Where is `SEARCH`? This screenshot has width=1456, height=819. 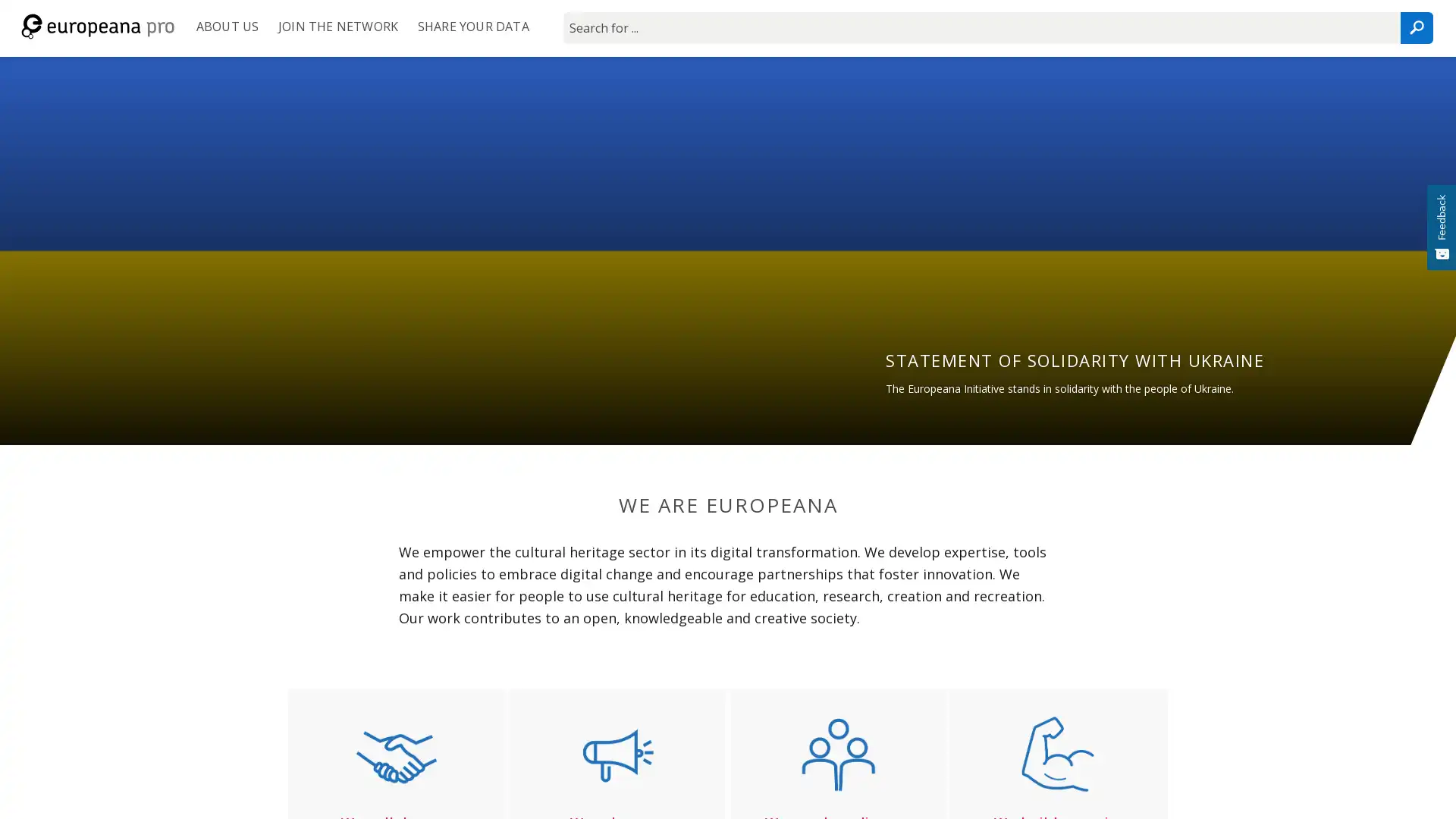 SEARCH is located at coordinates (1415, 28).